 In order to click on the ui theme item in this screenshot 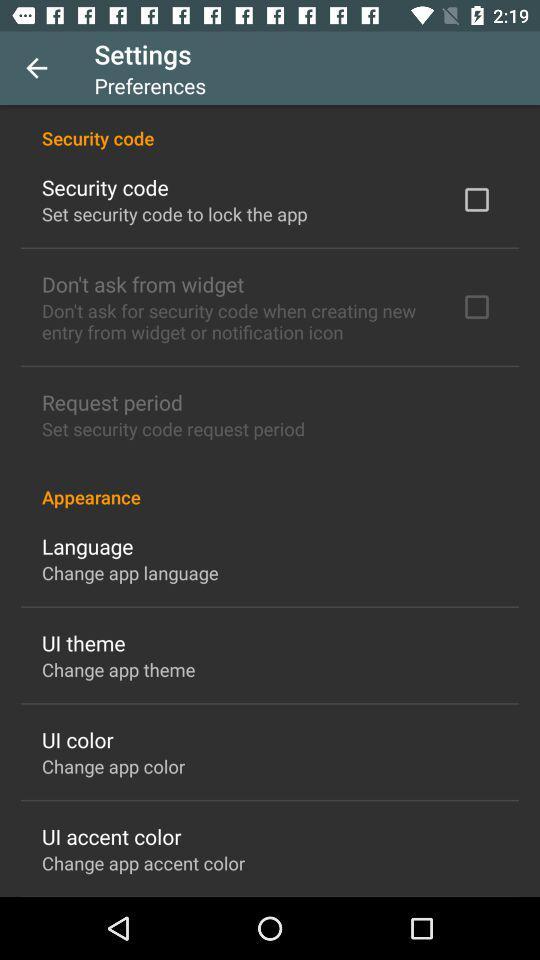, I will do `click(82, 642)`.